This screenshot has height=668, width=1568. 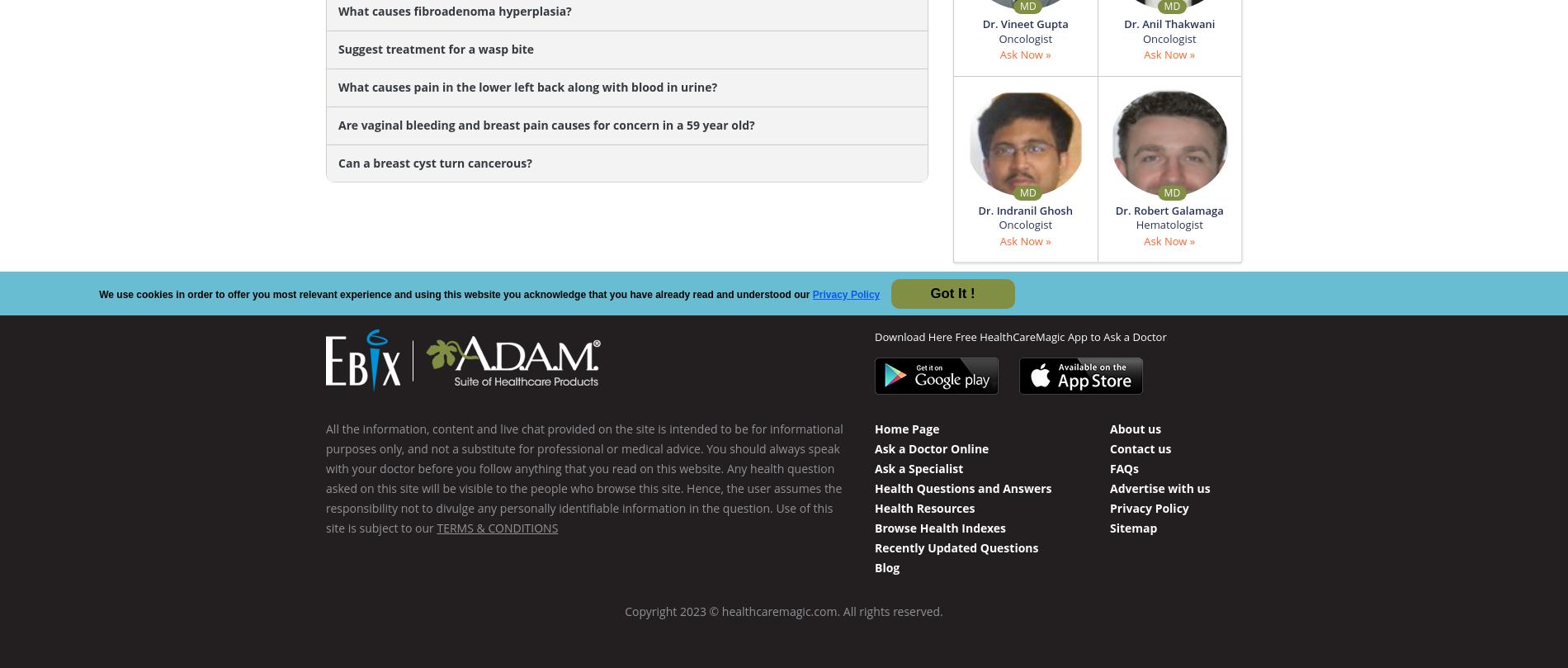 I want to click on 'Terms & Conditions', so click(x=497, y=527).